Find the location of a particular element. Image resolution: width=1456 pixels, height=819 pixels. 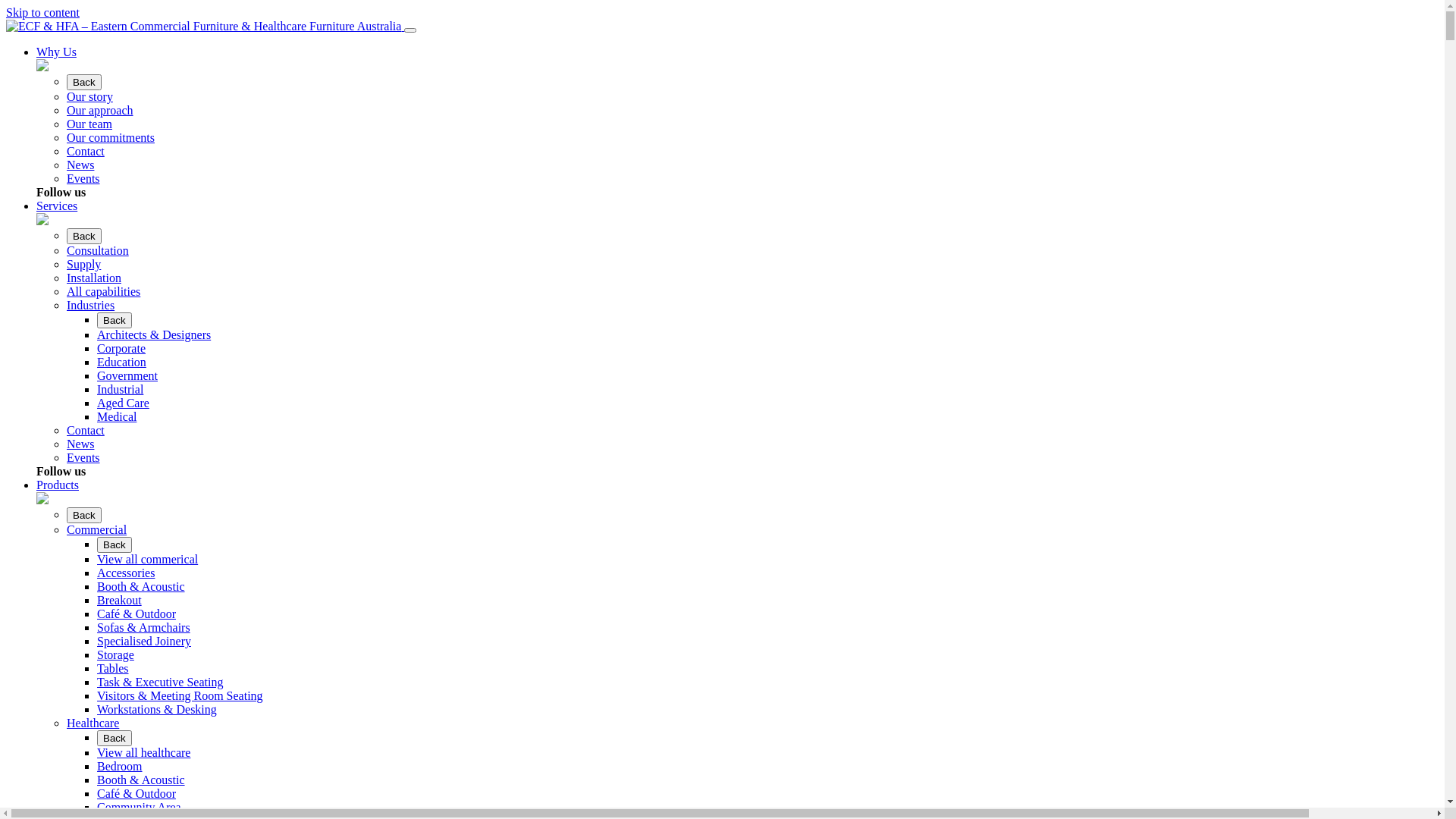

'Our approach' is located at coordinates (99, 109).